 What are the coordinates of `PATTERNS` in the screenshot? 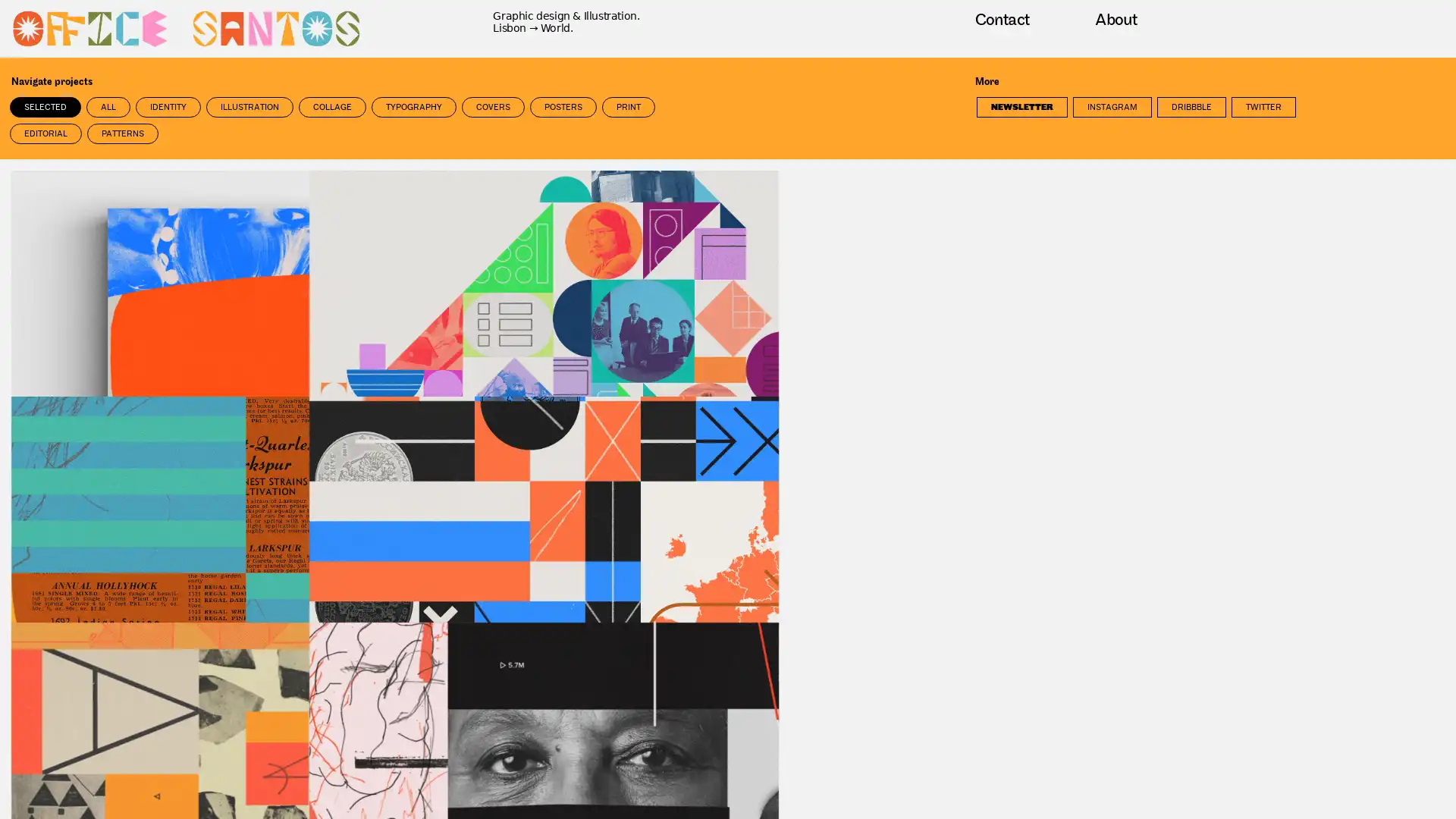 It's located at (123, 133).